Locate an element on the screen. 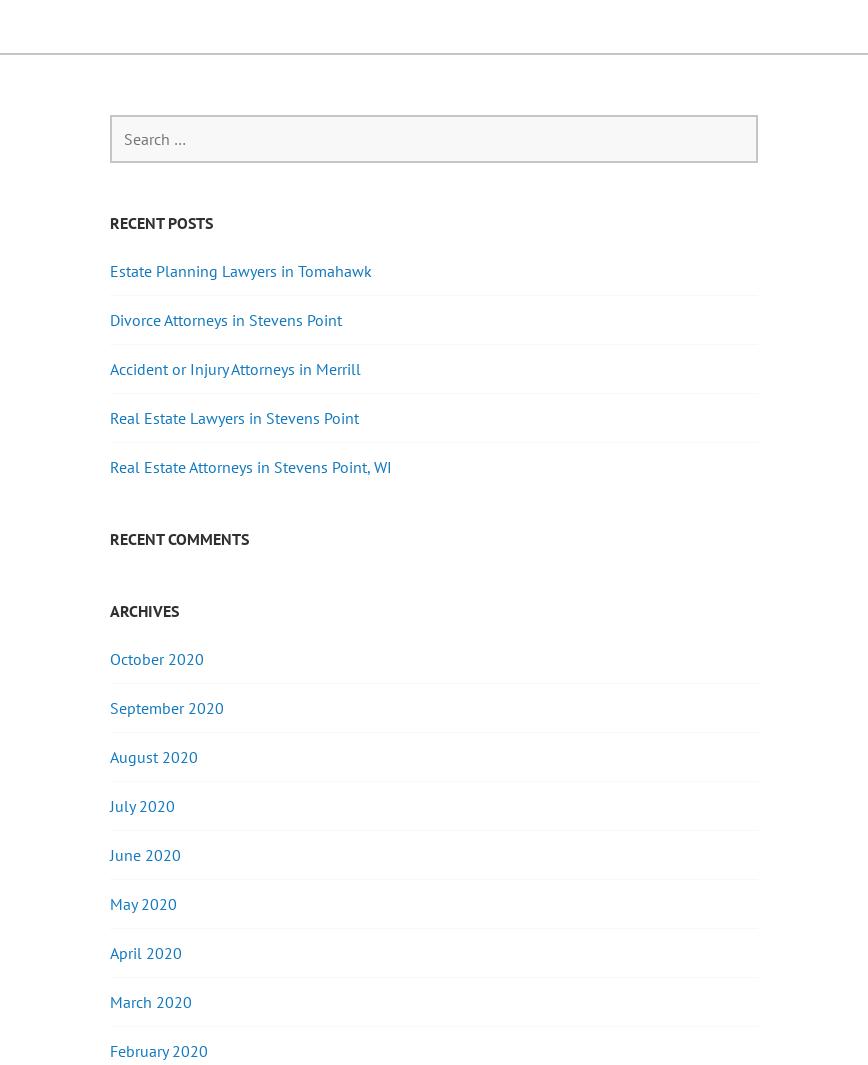 This screenshot has height=1065, width=868. 'Accident or Injury Attorneys in Merrill' is located at coordinates (235, 366).